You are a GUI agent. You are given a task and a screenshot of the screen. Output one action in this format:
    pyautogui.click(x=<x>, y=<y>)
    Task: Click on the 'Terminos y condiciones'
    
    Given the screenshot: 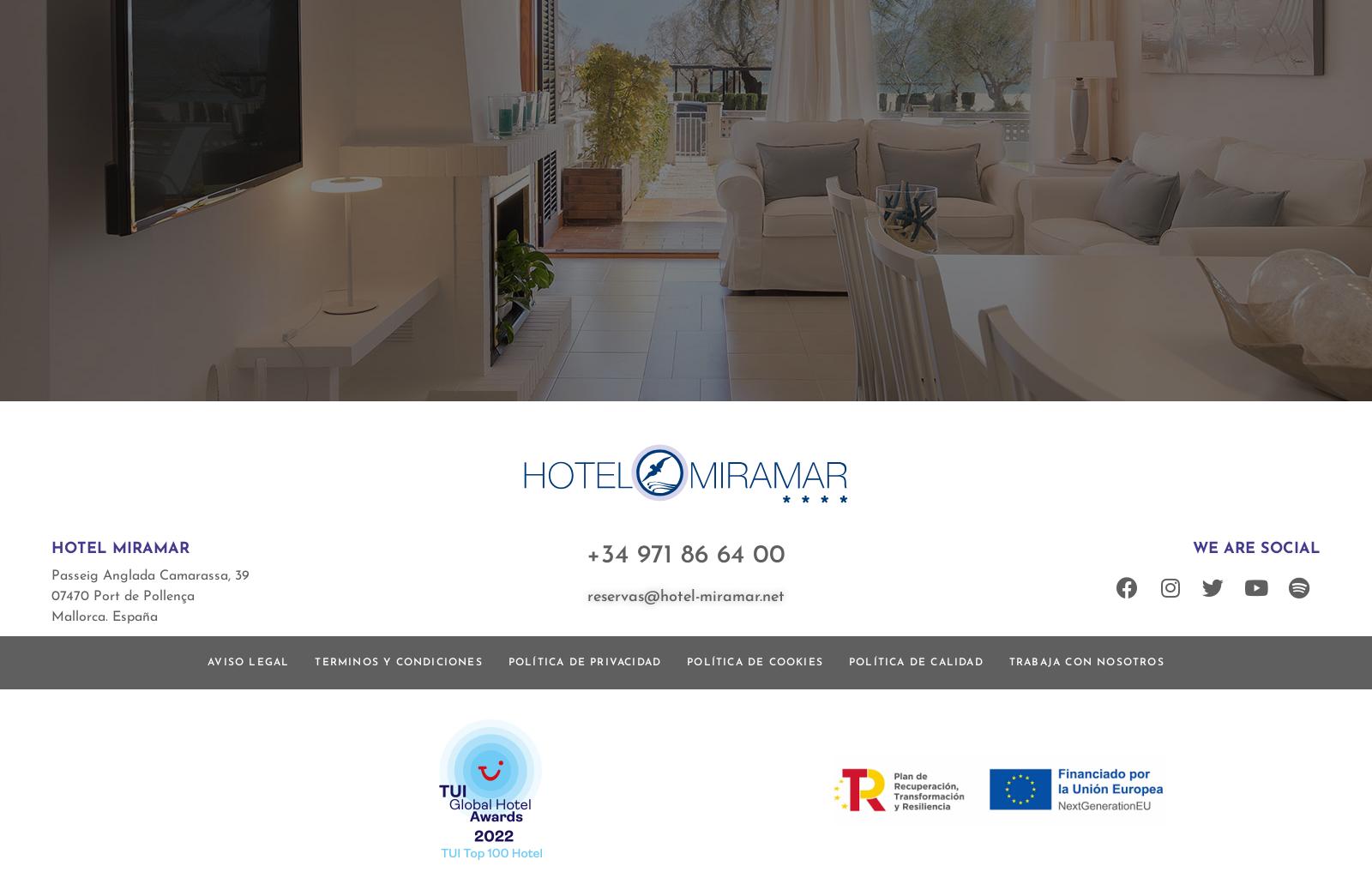 What is the action you would take?
    pyautogui.click(x=397, y=661)
    